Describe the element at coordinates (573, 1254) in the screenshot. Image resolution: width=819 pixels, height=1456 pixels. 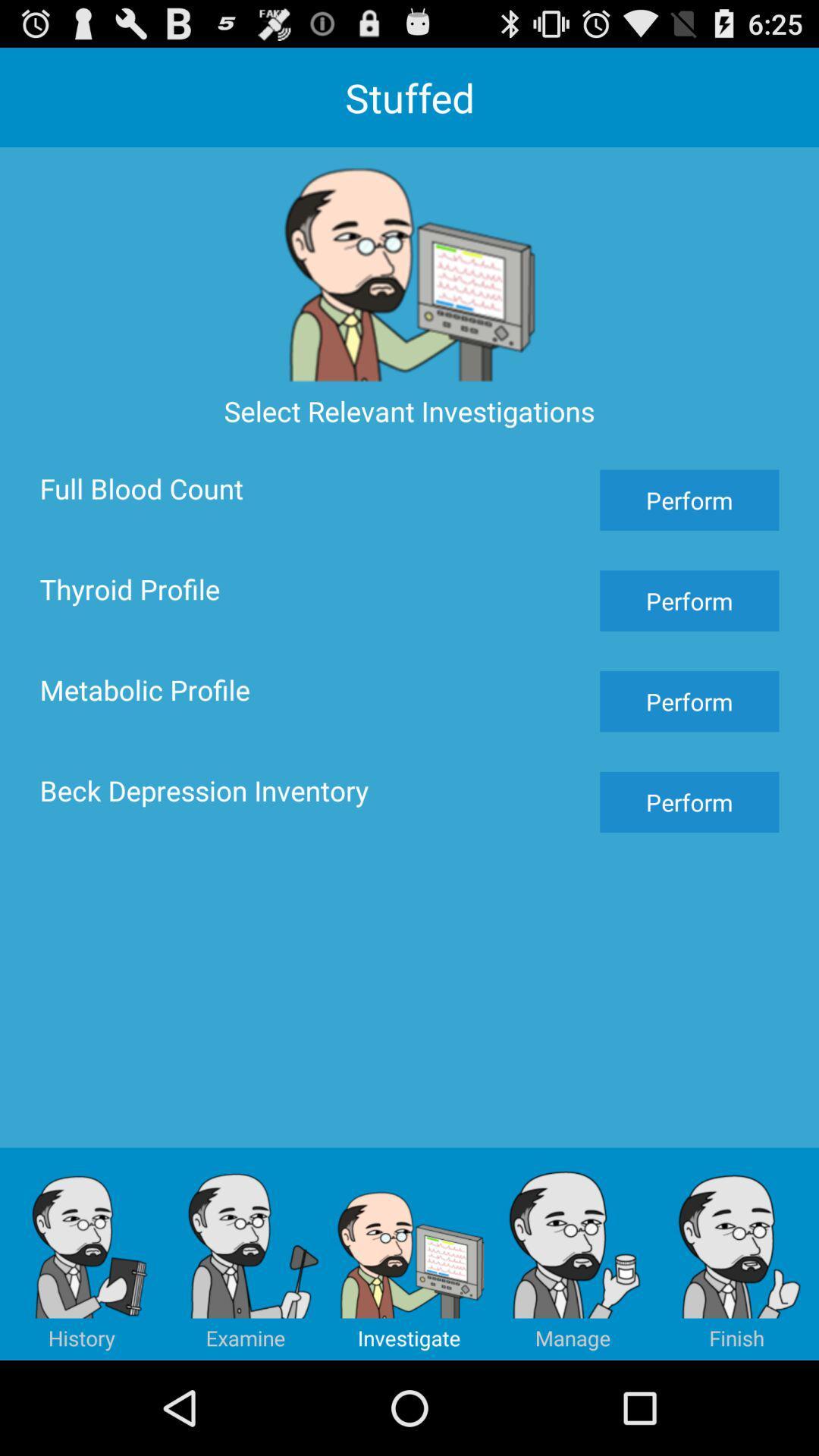
I see `the app below beck depression inventory app` at that location.